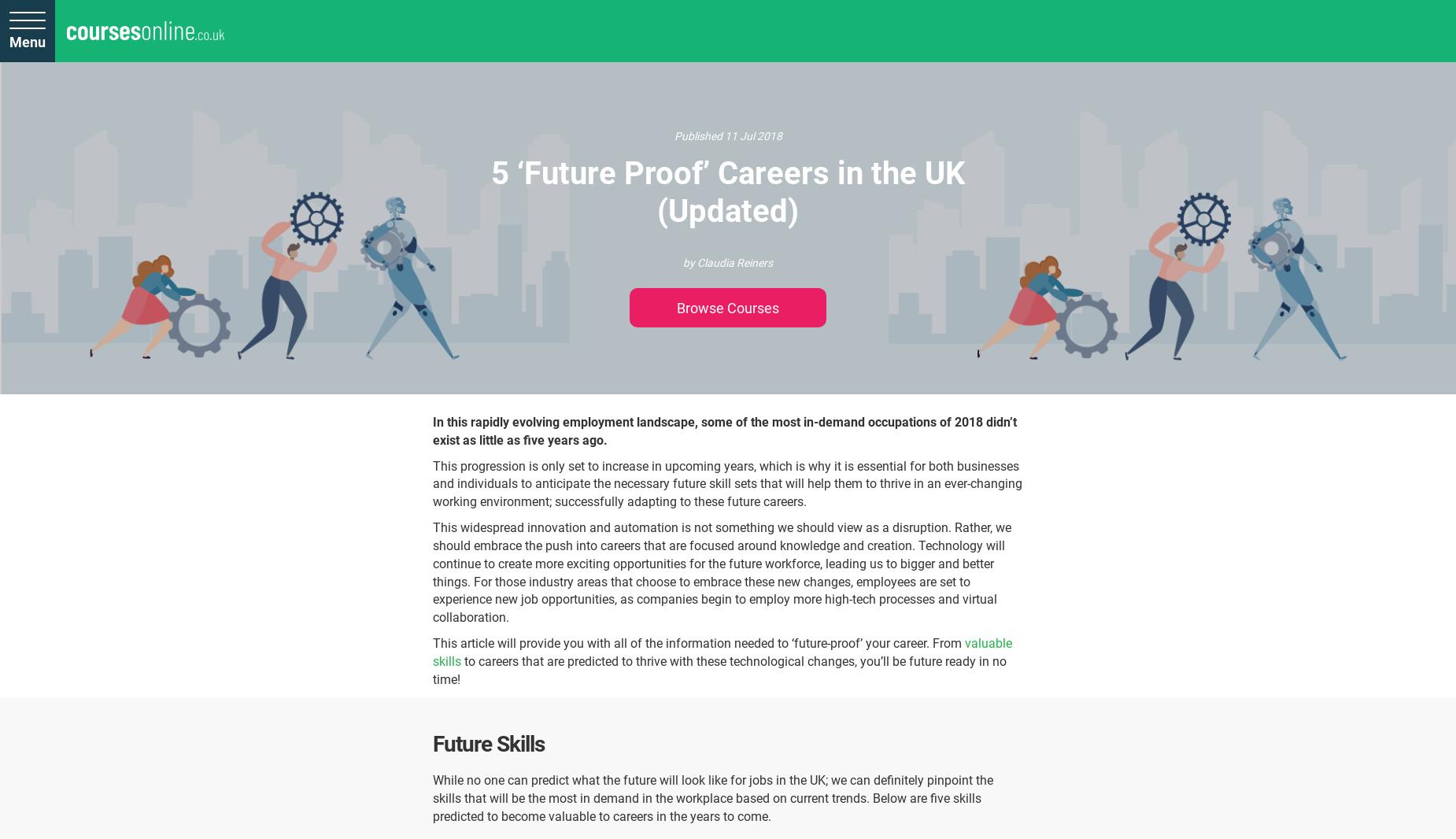 This screenshot has height=839, width=1456. Describe the element at coordinates (26, 41) in the screenshot. I see `'Menu'` at that location.